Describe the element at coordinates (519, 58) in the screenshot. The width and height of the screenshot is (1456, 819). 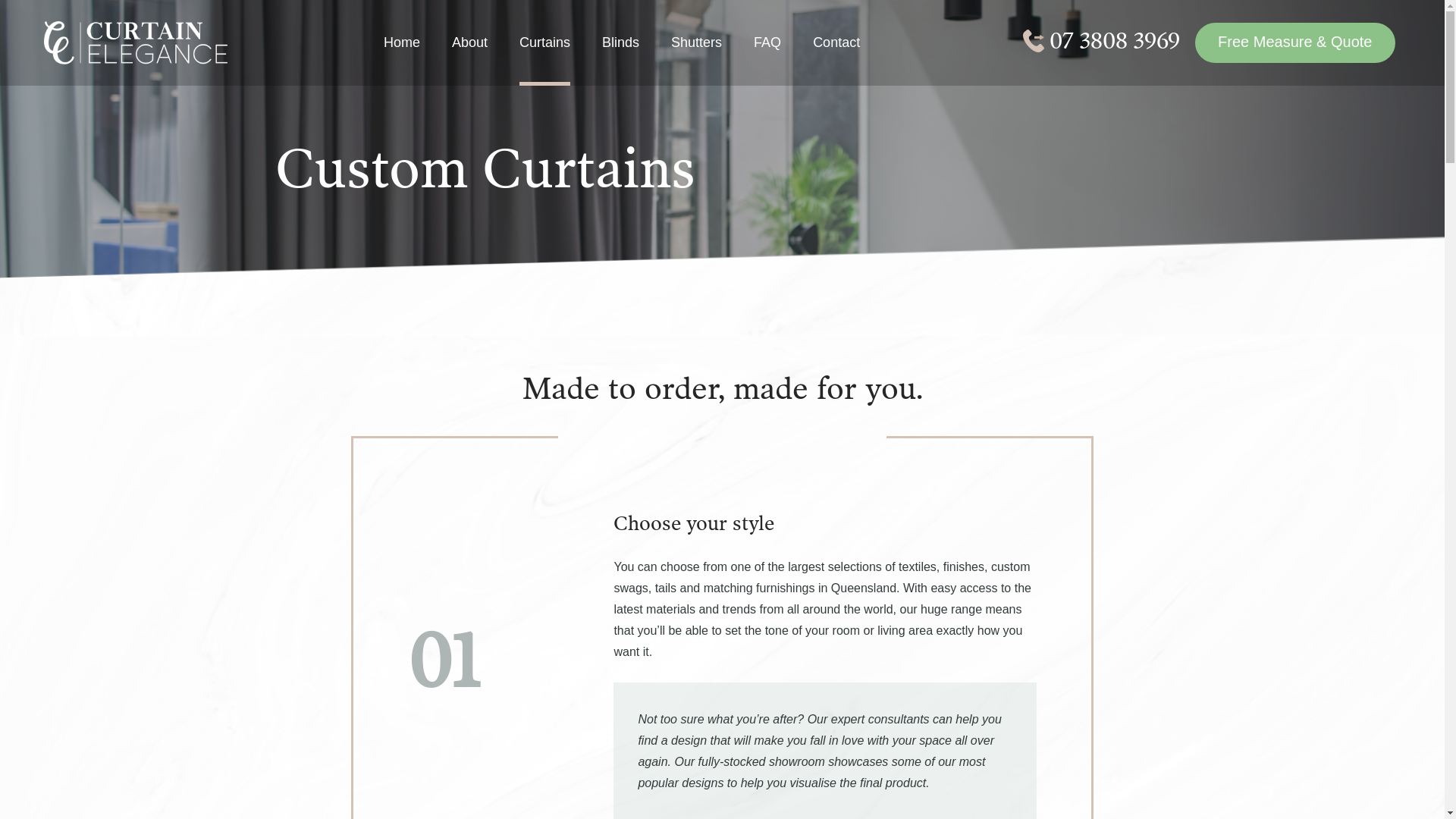
I see `'Curtains'` at that location.